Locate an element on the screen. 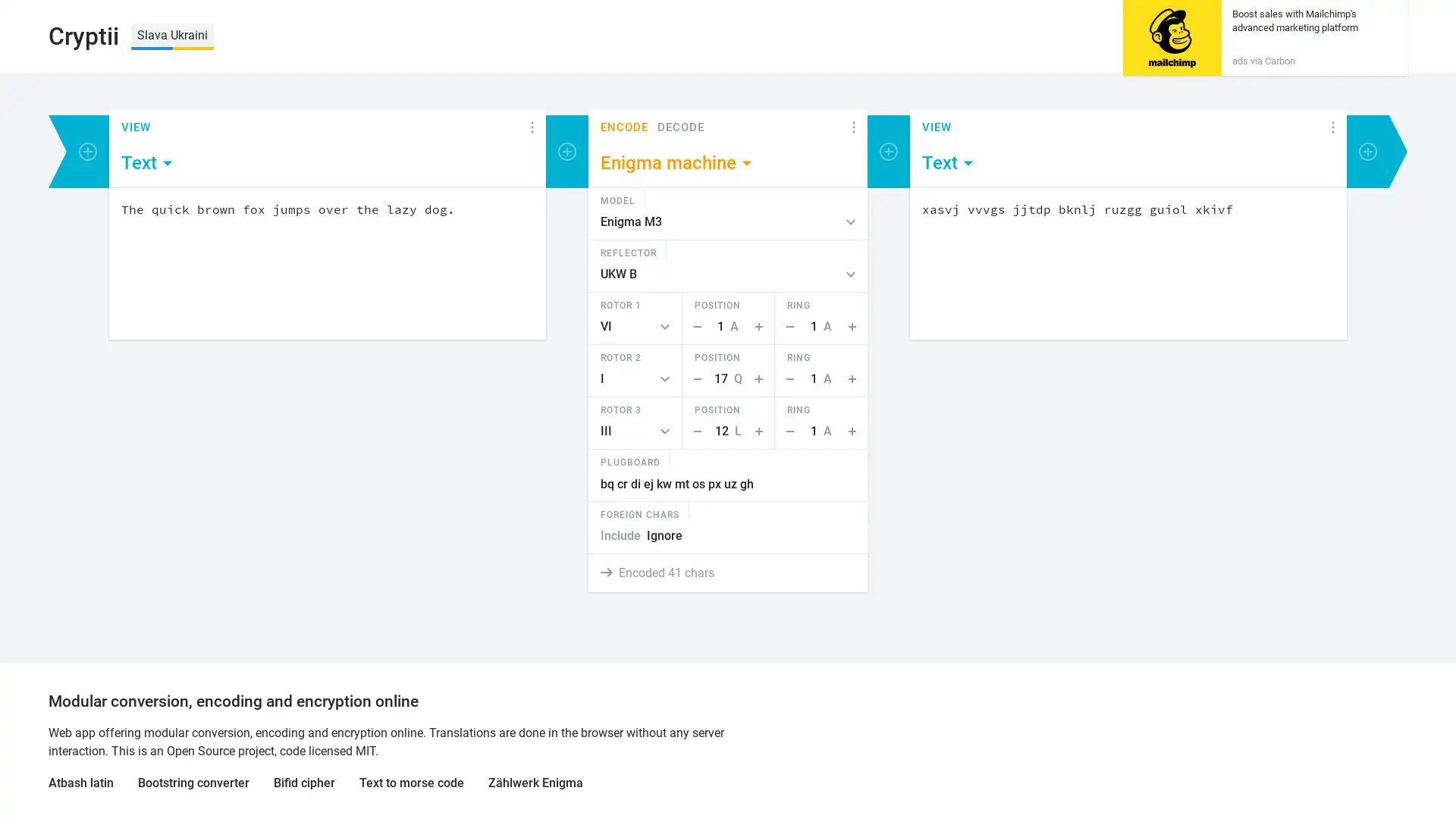  Add encoder or viewer is located at coordinates (566, 152).